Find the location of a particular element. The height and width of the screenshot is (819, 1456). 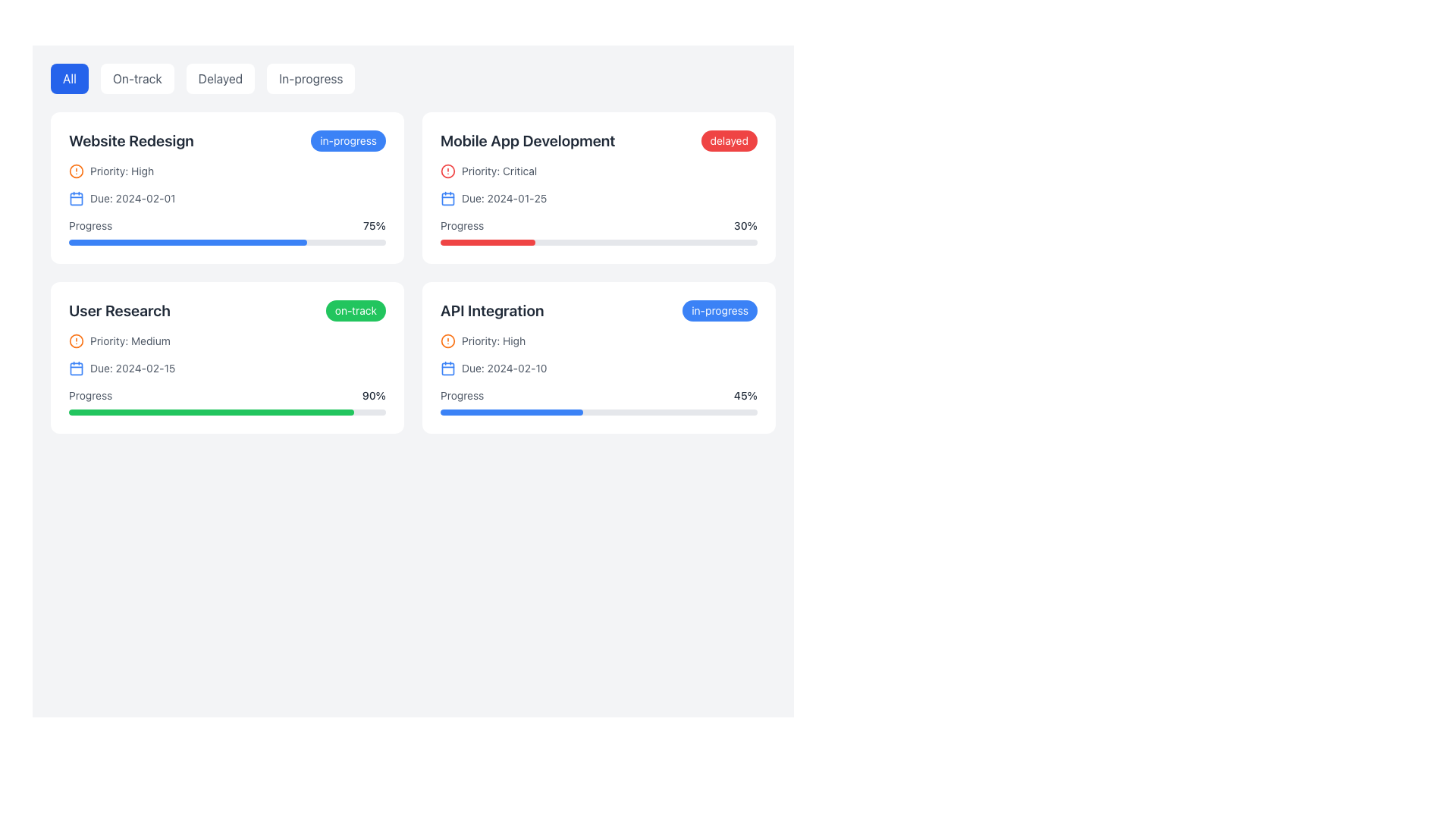

the filled red segment of the progress bar in the 'Mobile App Development' section, which spans 30% of the width and has rounded ends is located at coordinates (488, 242).